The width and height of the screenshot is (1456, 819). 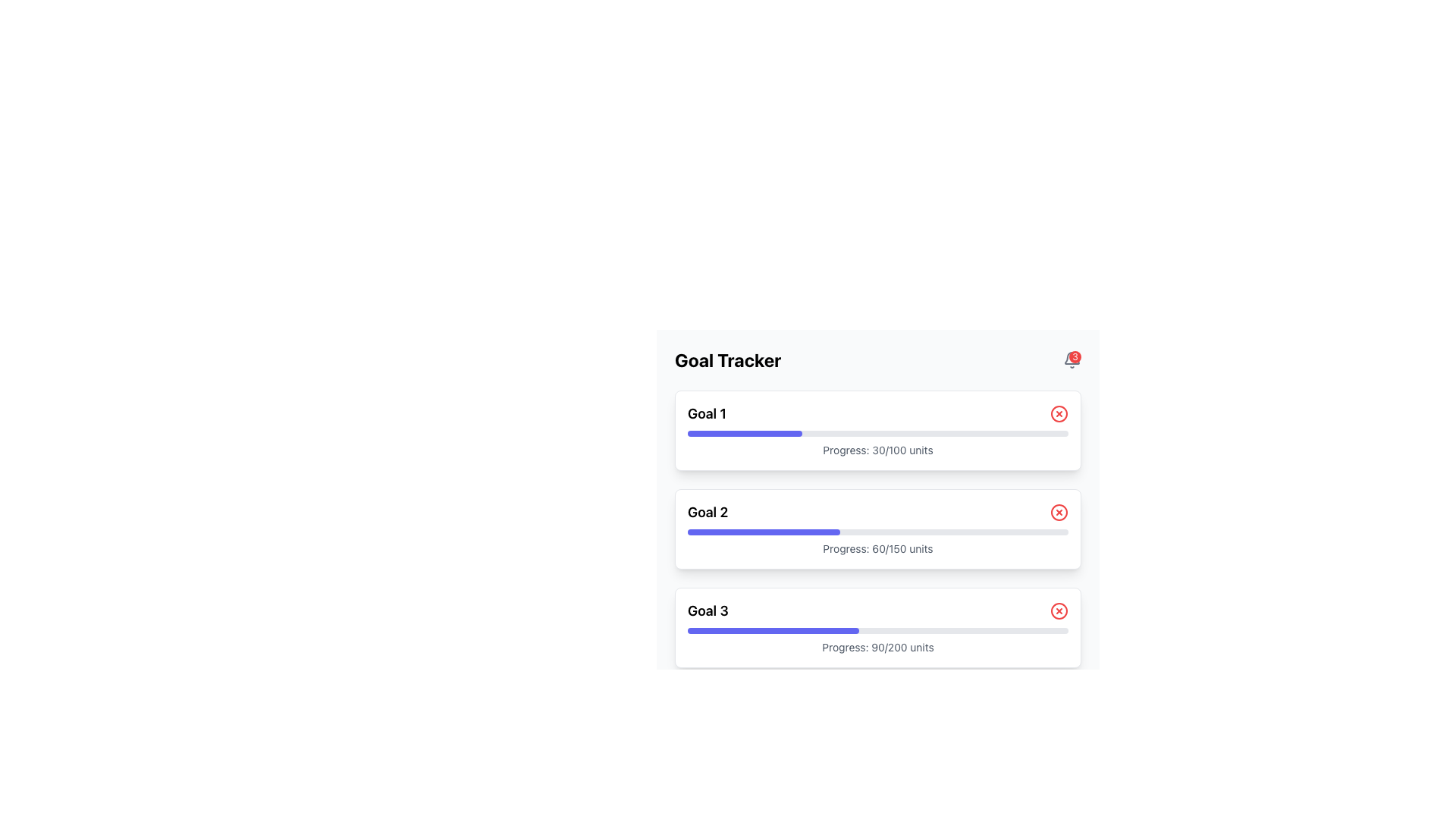 What do you see at coordinates (773, 631) in the screenshot?
I see `progress bar element, which is indigo-colored and located within a light-gray rounded rectangle, to retrieve the percentage value of completion` at bounding box center [773, 631].